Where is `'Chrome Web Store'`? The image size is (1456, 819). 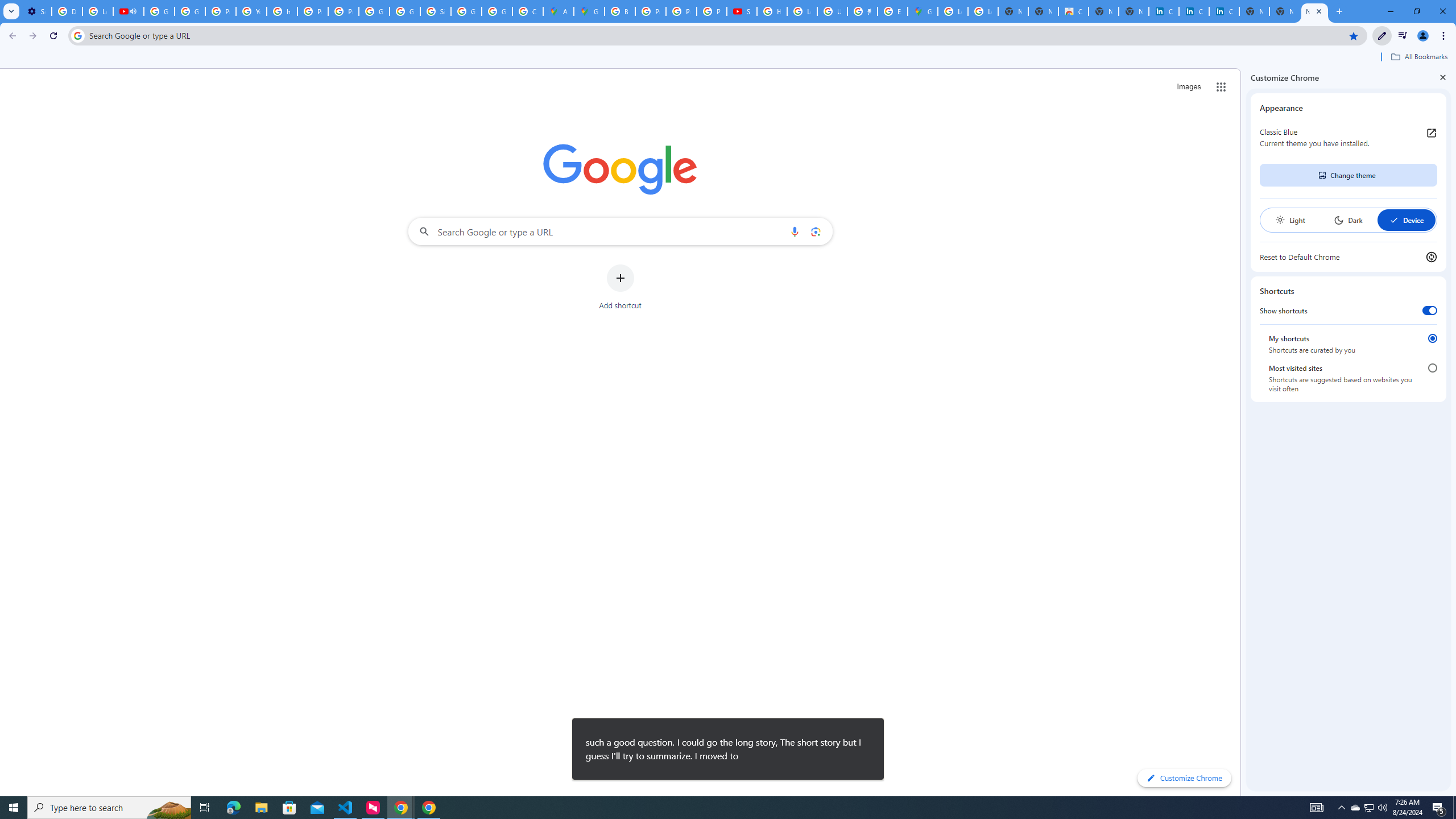
'Chrome Web Store' is located at coordinates (1073, 11).